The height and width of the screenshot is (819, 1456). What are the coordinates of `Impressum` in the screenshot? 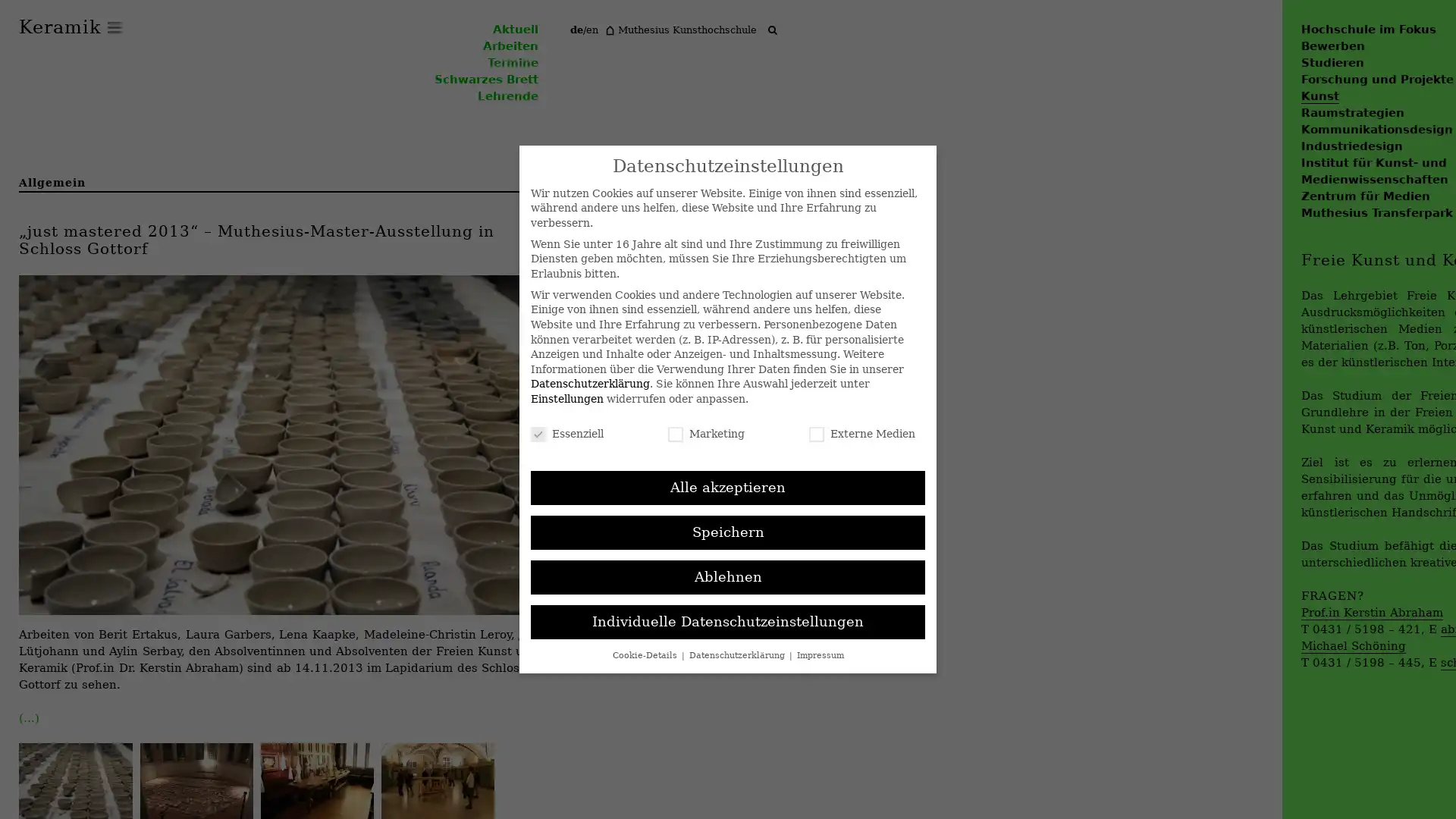 It's located at (818, 654).